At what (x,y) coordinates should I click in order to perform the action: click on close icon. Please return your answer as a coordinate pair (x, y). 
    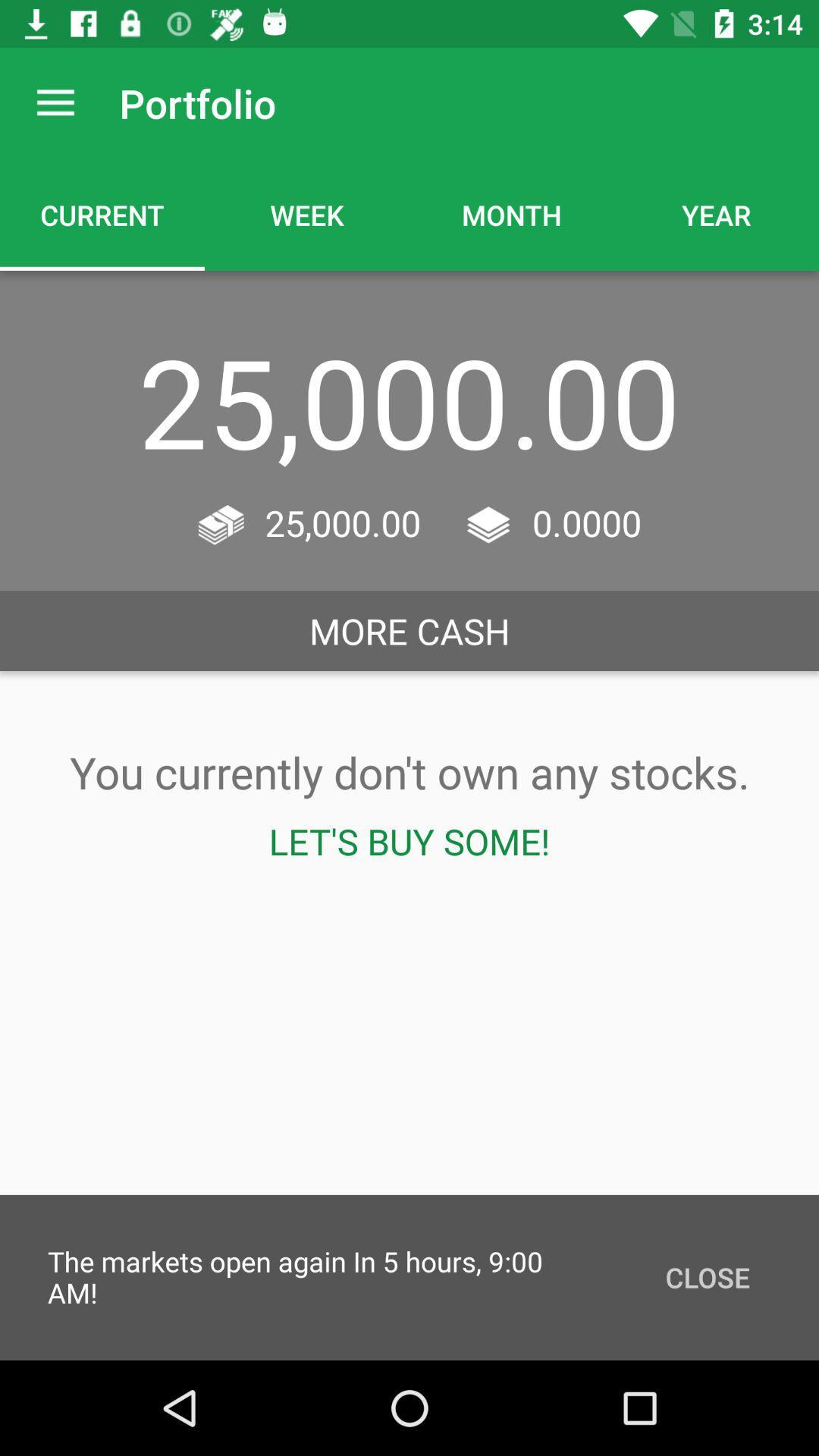
    Looking at the image, I should click on (708, 1276).